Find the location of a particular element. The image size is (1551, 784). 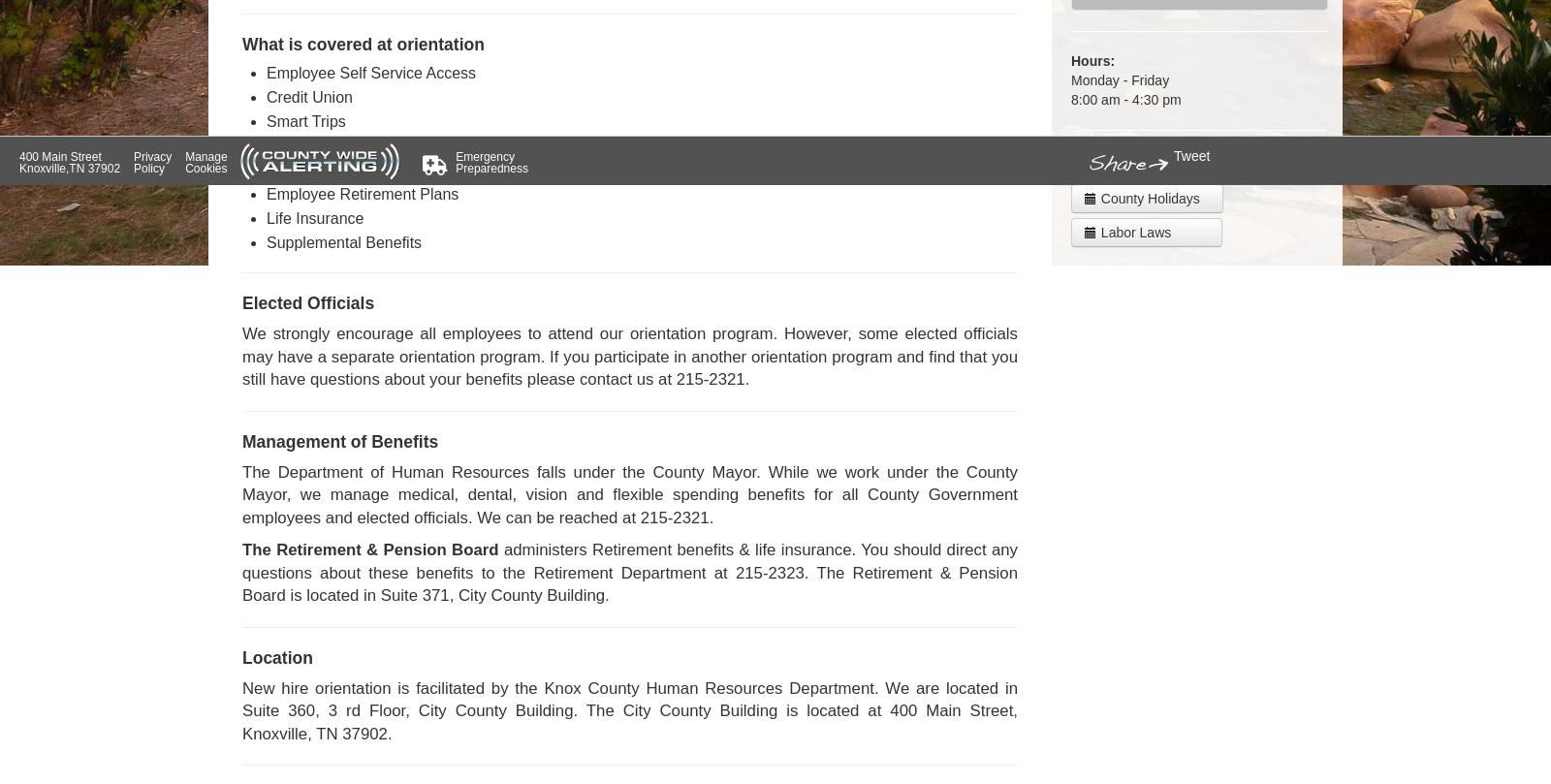

'Management of Benefits' is located at coordinates (340, 439).